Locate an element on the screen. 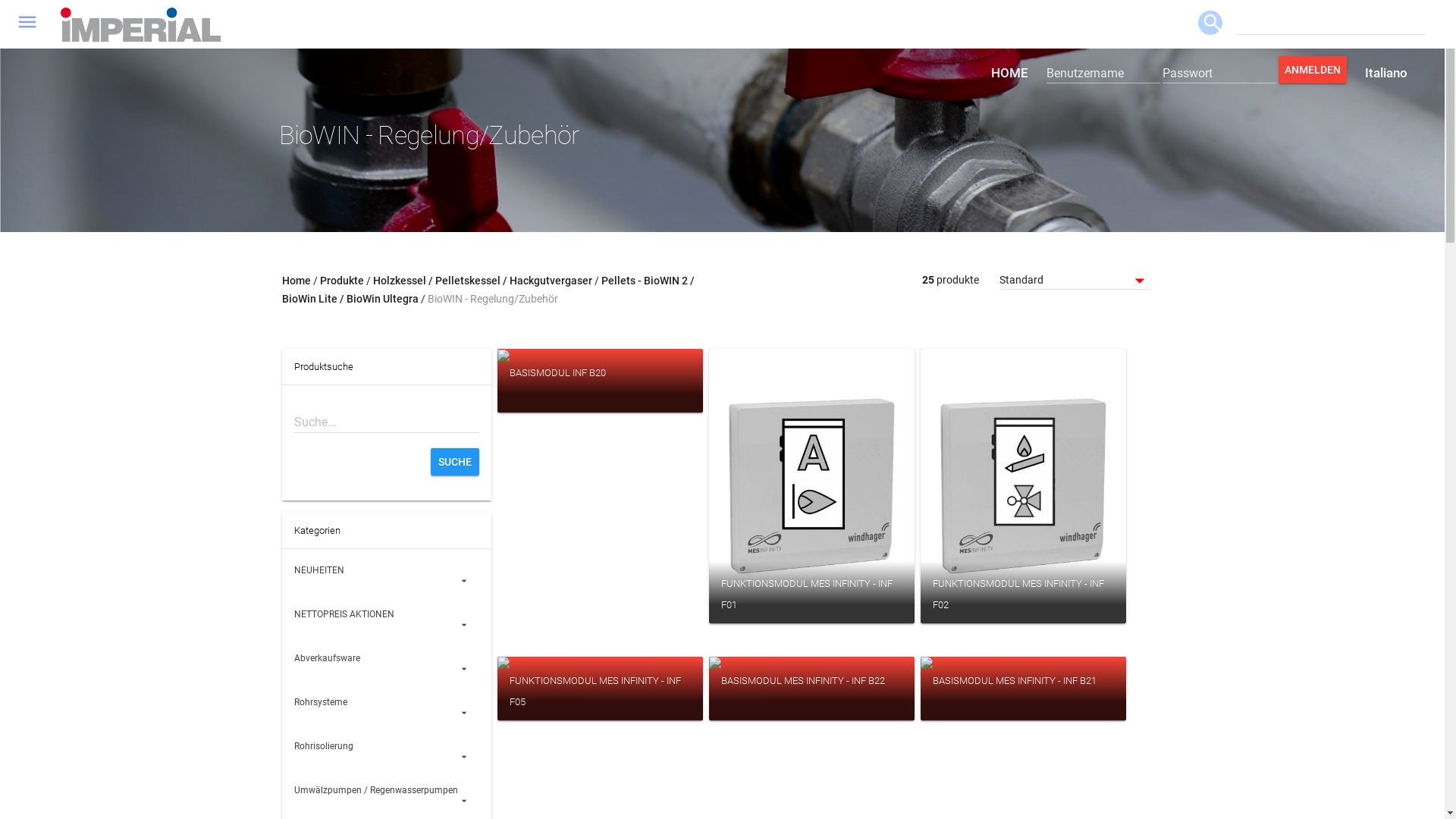 The width and height of the screenshot is (1456, 819). 'Produkte' is located at coordinates (341, 281).